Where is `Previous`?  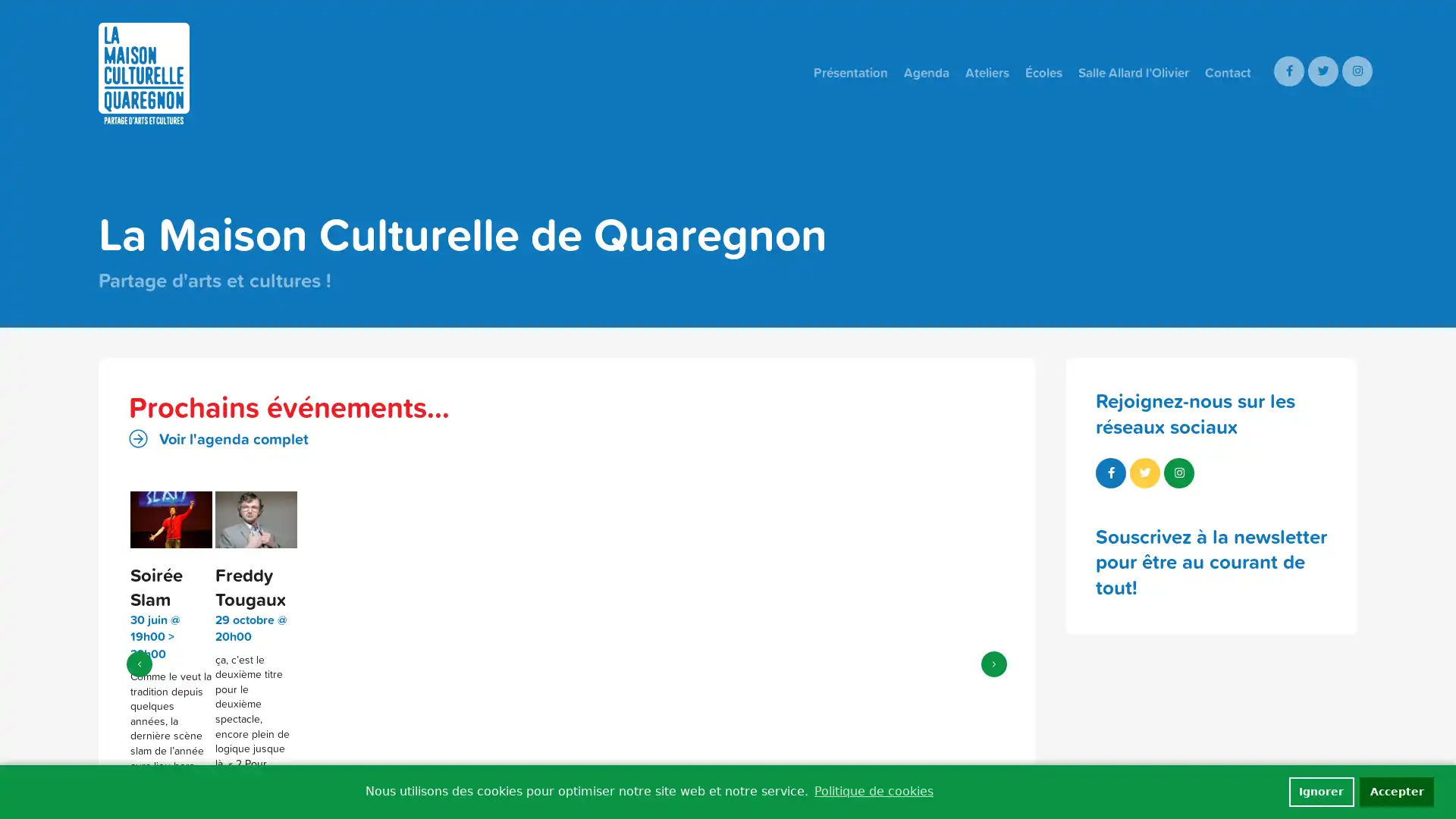 Previous is located at coordinates (139, 654).